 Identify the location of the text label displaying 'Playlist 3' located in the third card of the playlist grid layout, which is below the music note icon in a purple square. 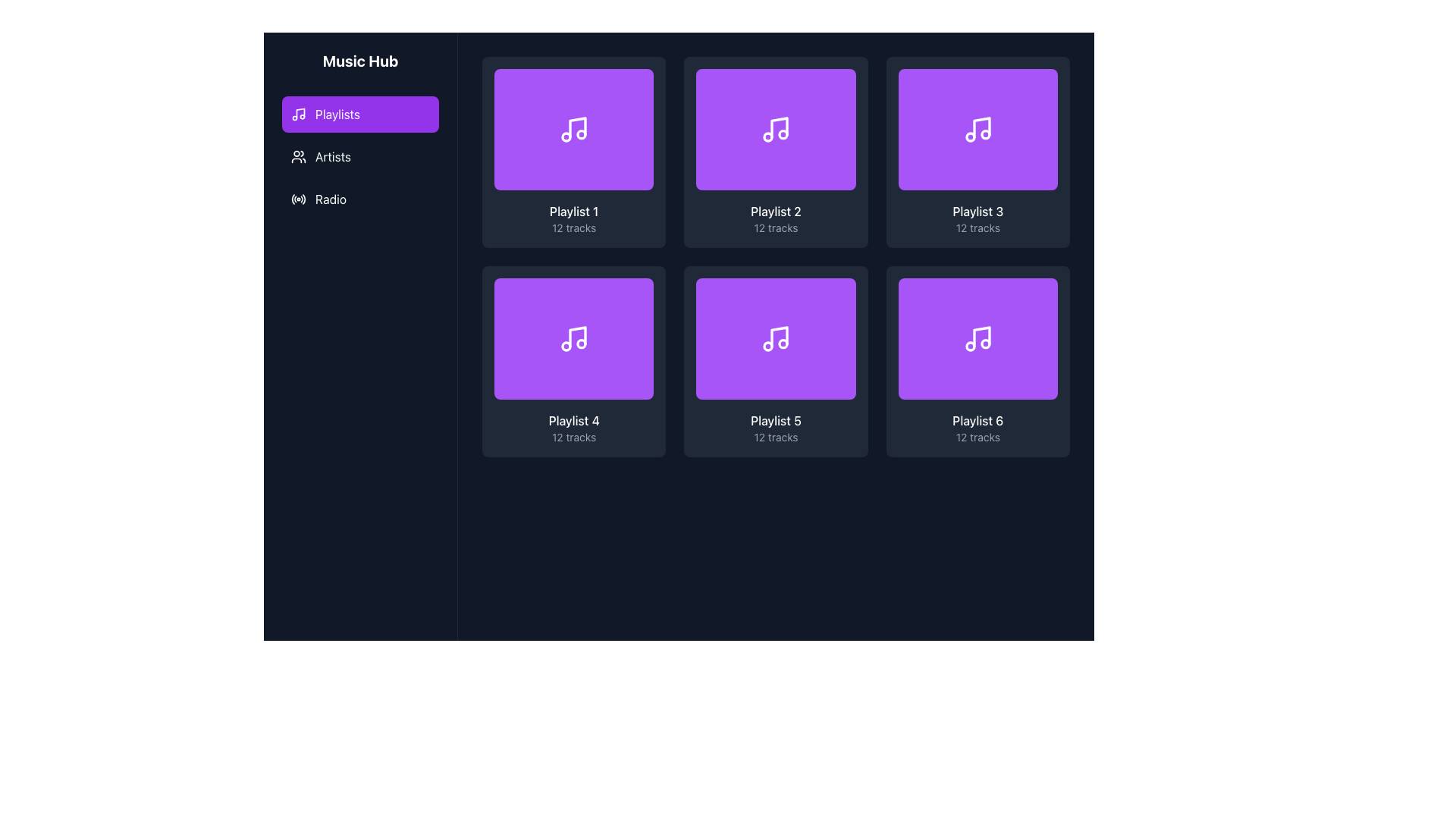
(977, 211).